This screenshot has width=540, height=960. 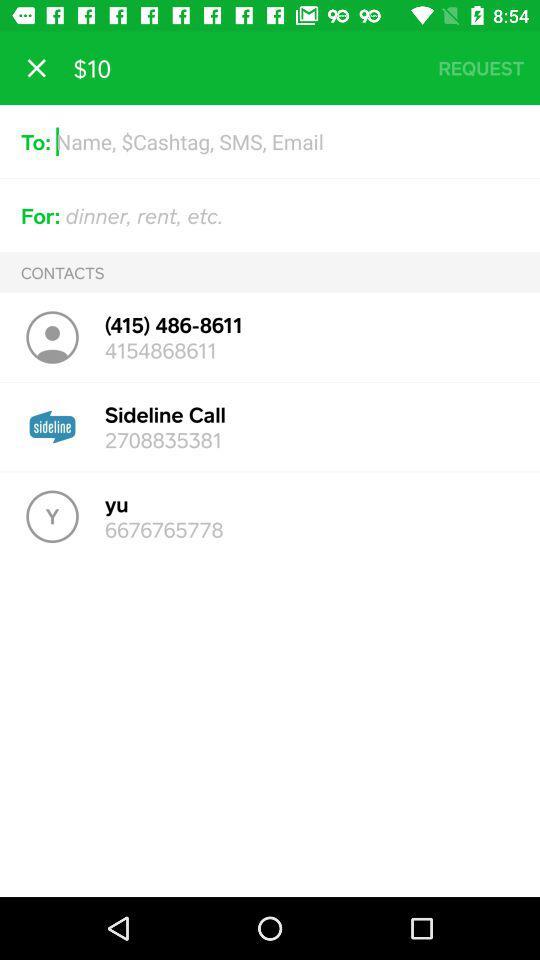 I want to click on the close icon, so click(x=36, y=68).